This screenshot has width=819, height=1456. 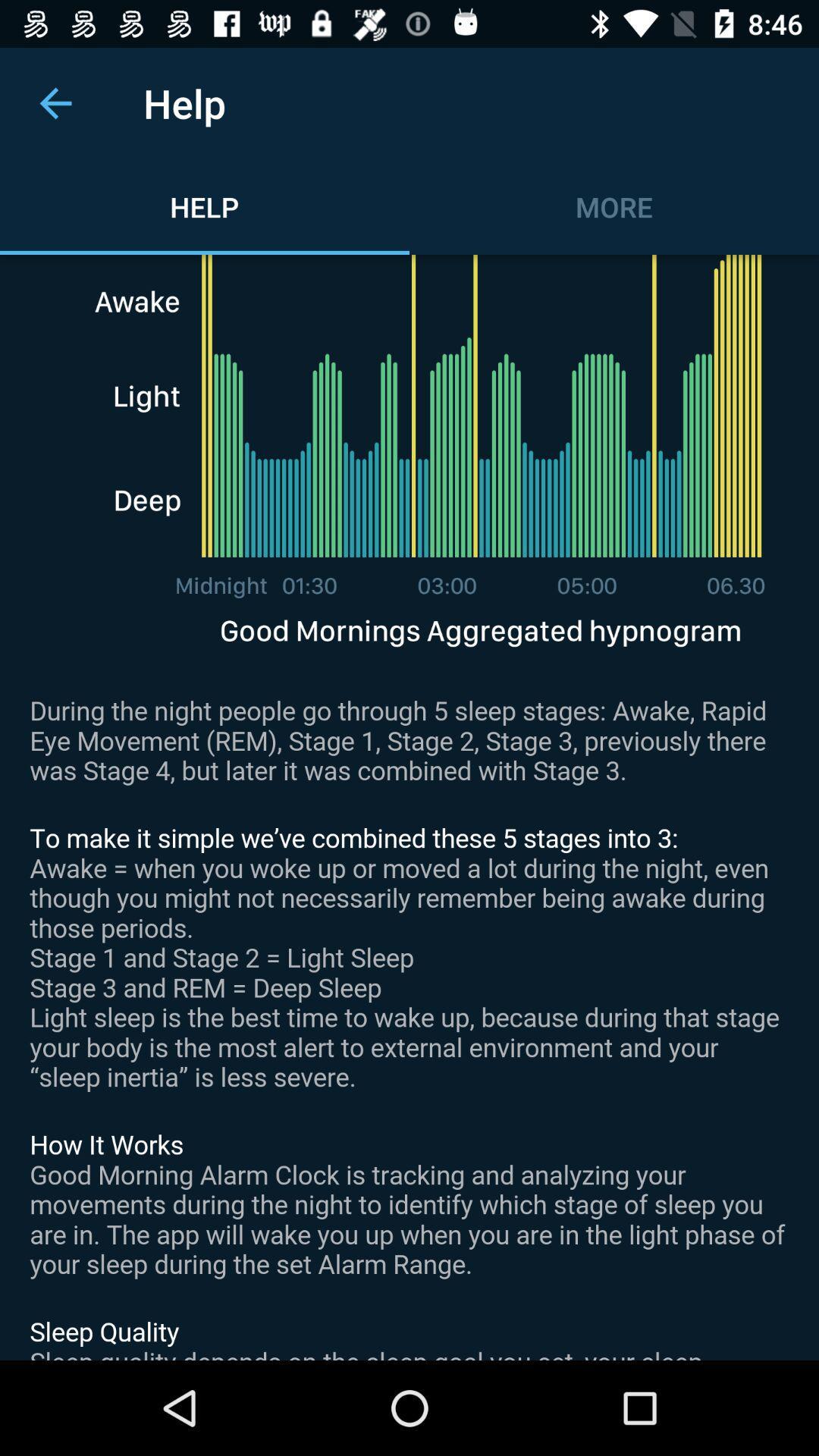 I want to click on graph with data, so click(x=409, y=807).